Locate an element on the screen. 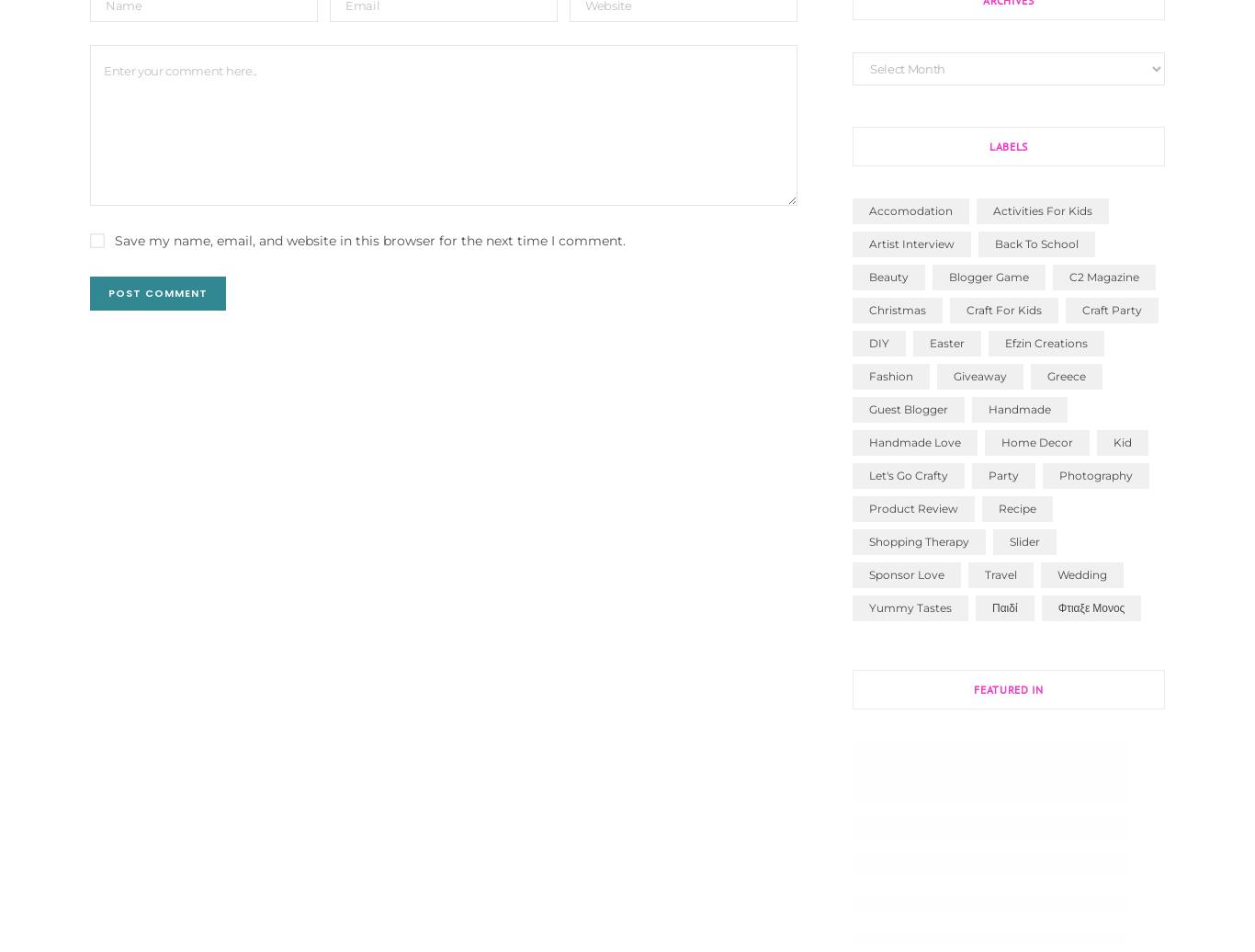  'party' is located at coordinates (1002, 474).